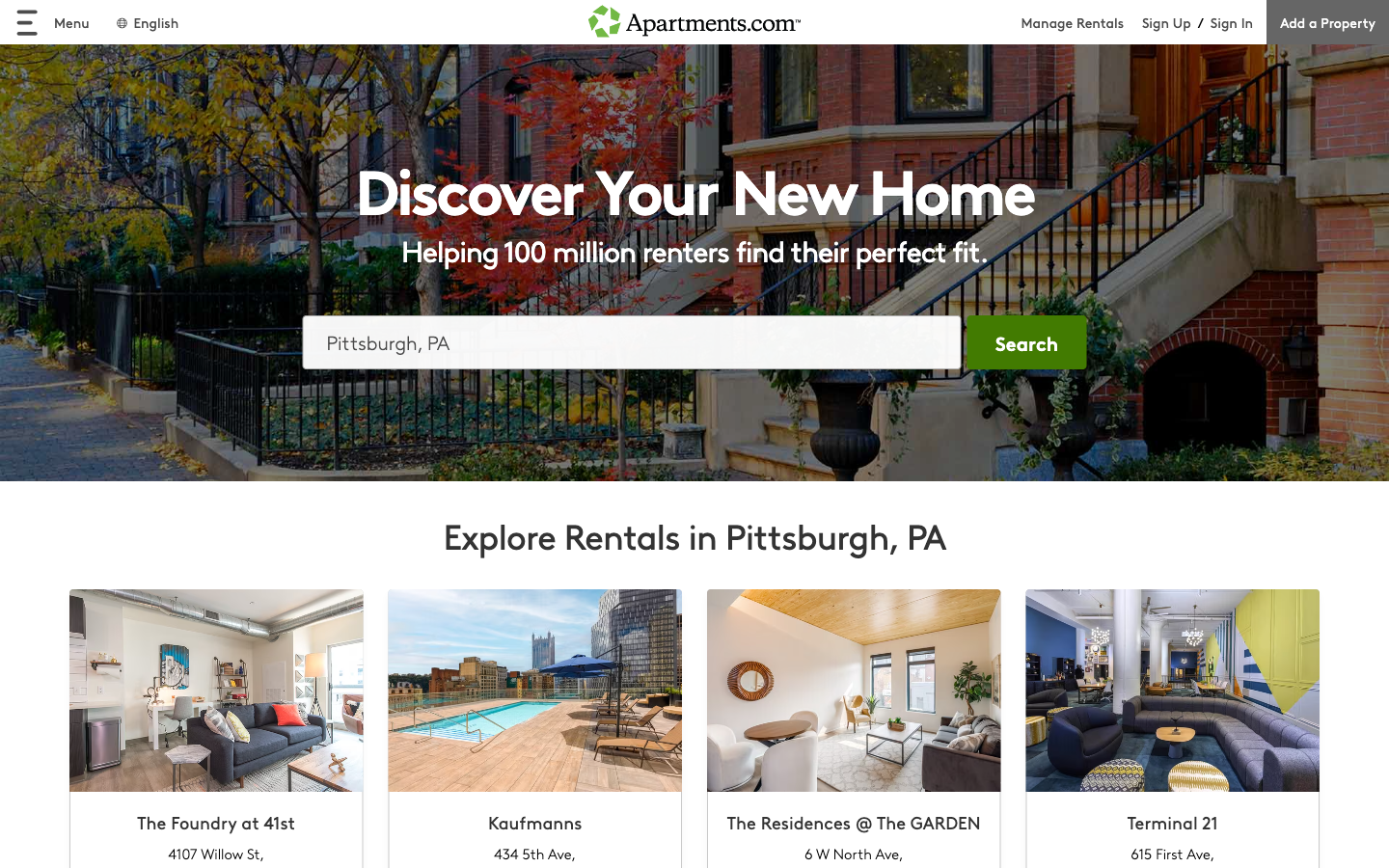  Describe the element at coordinates (694, 21) in the screenshot. I see `back to homepage` at that location.